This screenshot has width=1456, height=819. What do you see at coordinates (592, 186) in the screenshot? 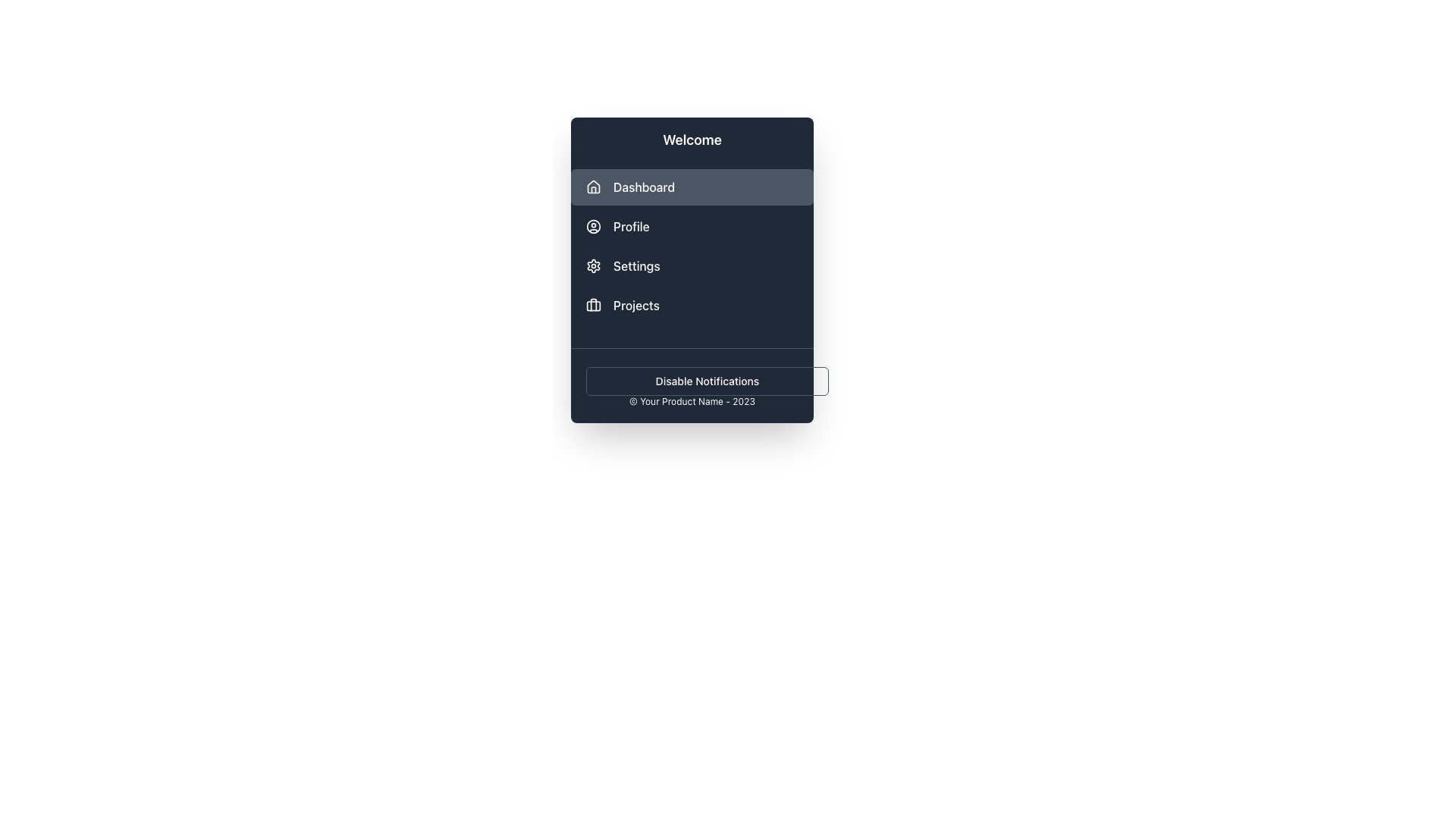
I see `the decorative 'Dashboard' icon located at the top of the menu section, which serves as a visual indicator for the Dashboard section` at bounding box center [592, 186].